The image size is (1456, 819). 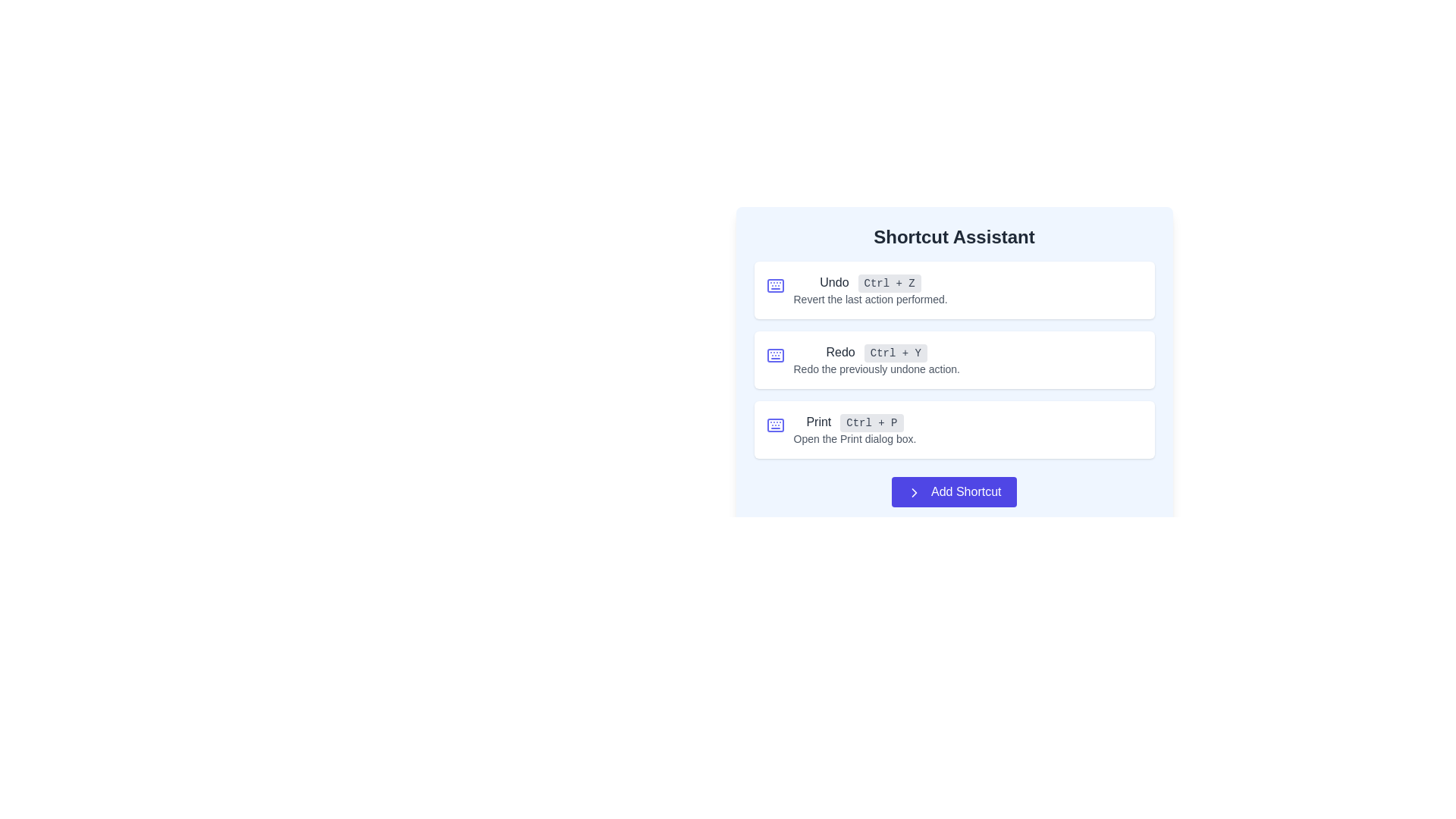 What do you see at coordinates (775, 425) in the screenshot?
I see `the decorative SVG element representing a keyboard icon, located to the left of the 'Undo Ctrl + Z' shortcut entry` at bounding box center [775, 425].